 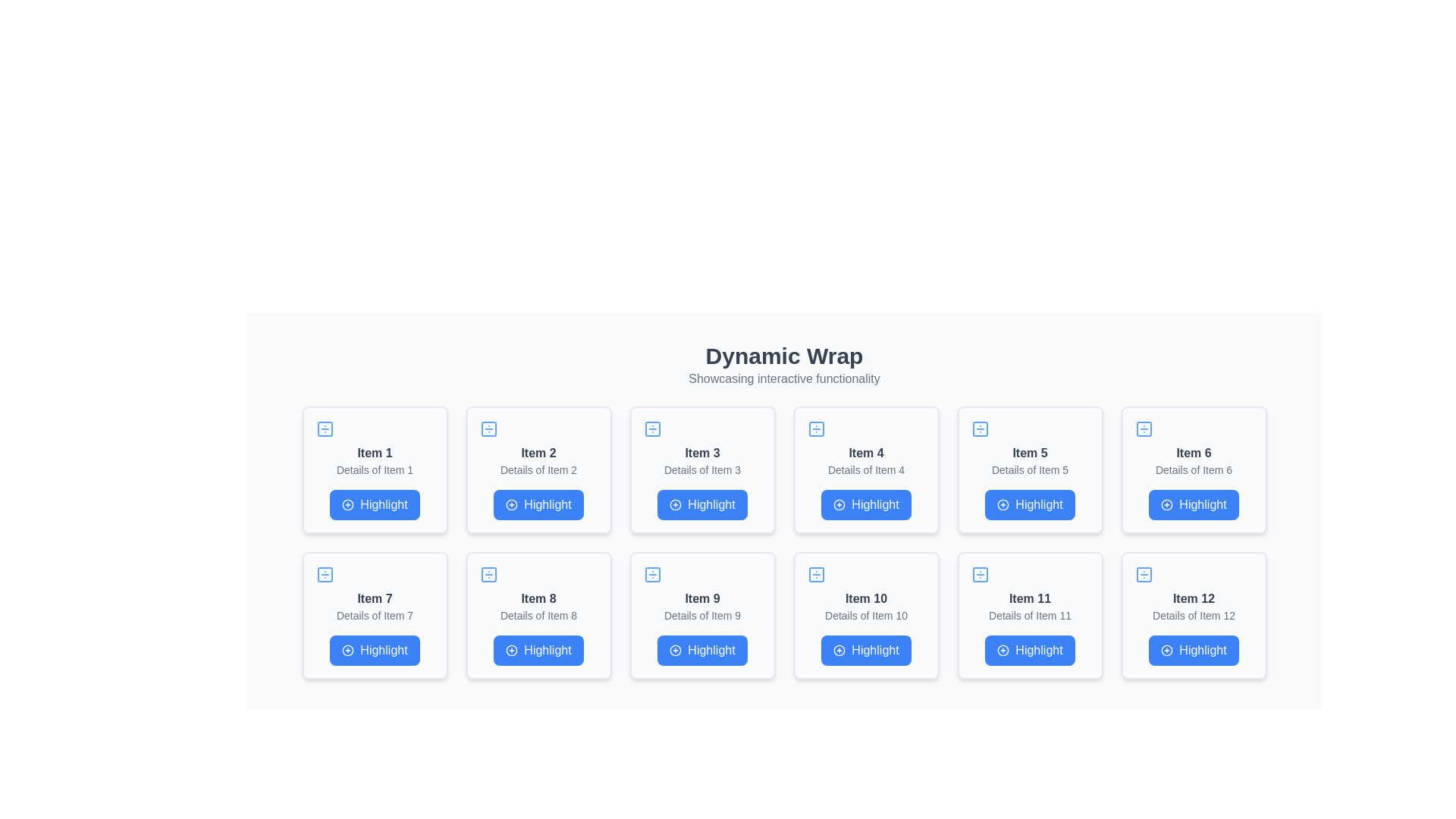 What do you see at coordinates (1193, 649) in the screenshot?
I see `the blue 'Highlight' button with a white label and a small circular plus icon located in the bottom section of the card labeled 'Item 12' in the last column of the layout's second row` at bounding box center [1193, 649].